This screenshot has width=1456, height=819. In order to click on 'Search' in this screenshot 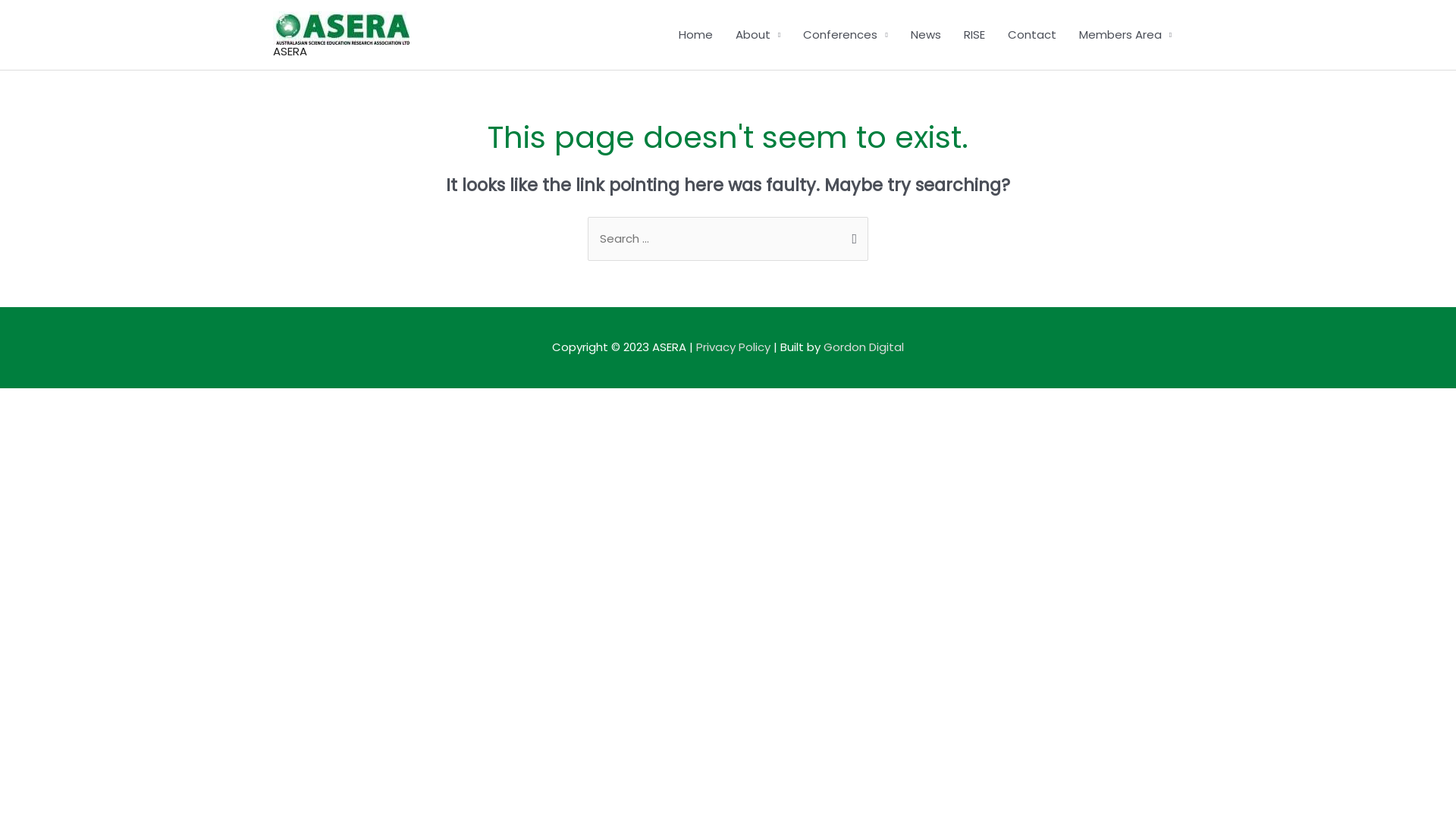, I will do `click(833, 237)`.